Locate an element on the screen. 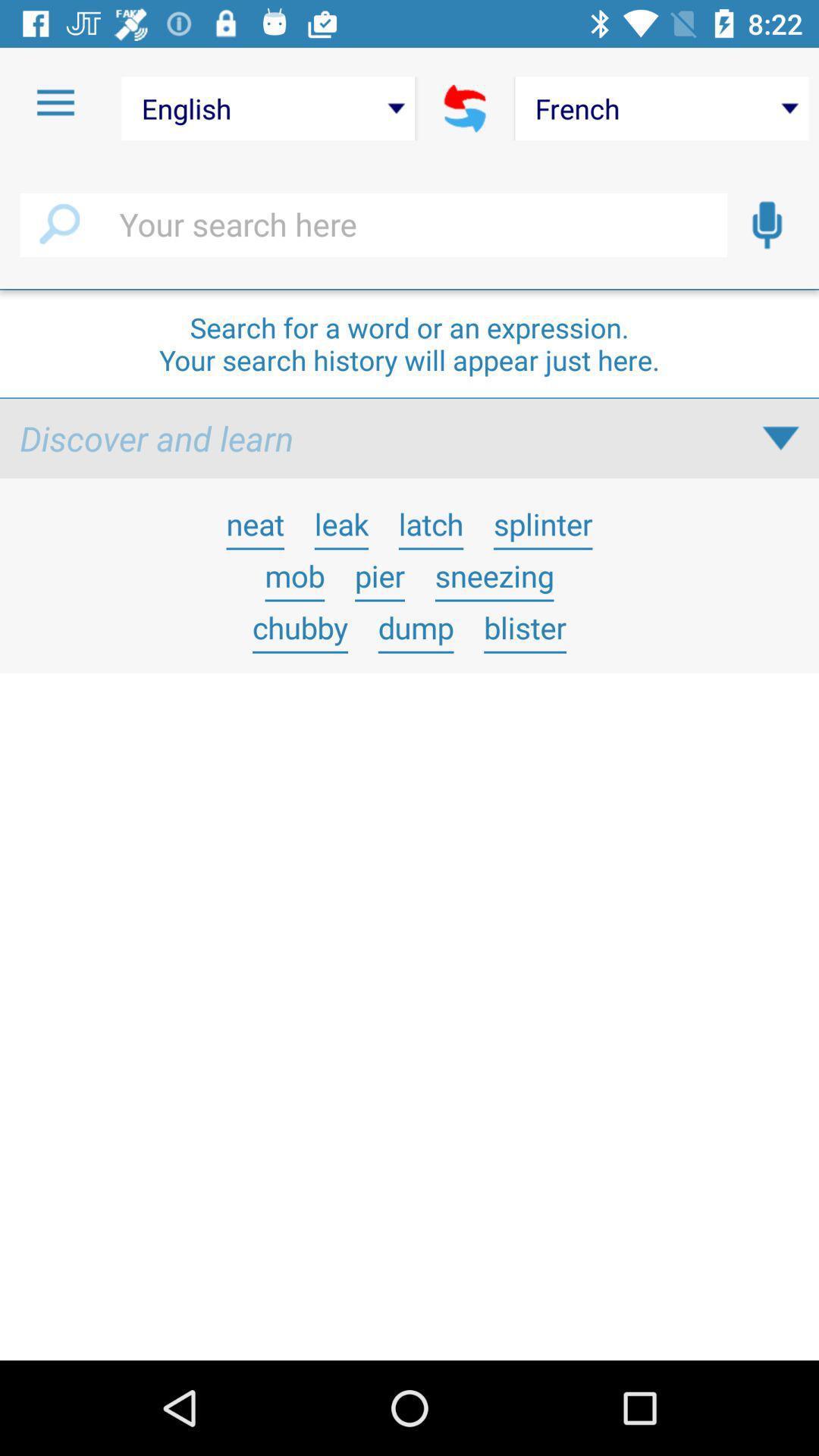  item next to the english item is located at coordinates (55, 102).